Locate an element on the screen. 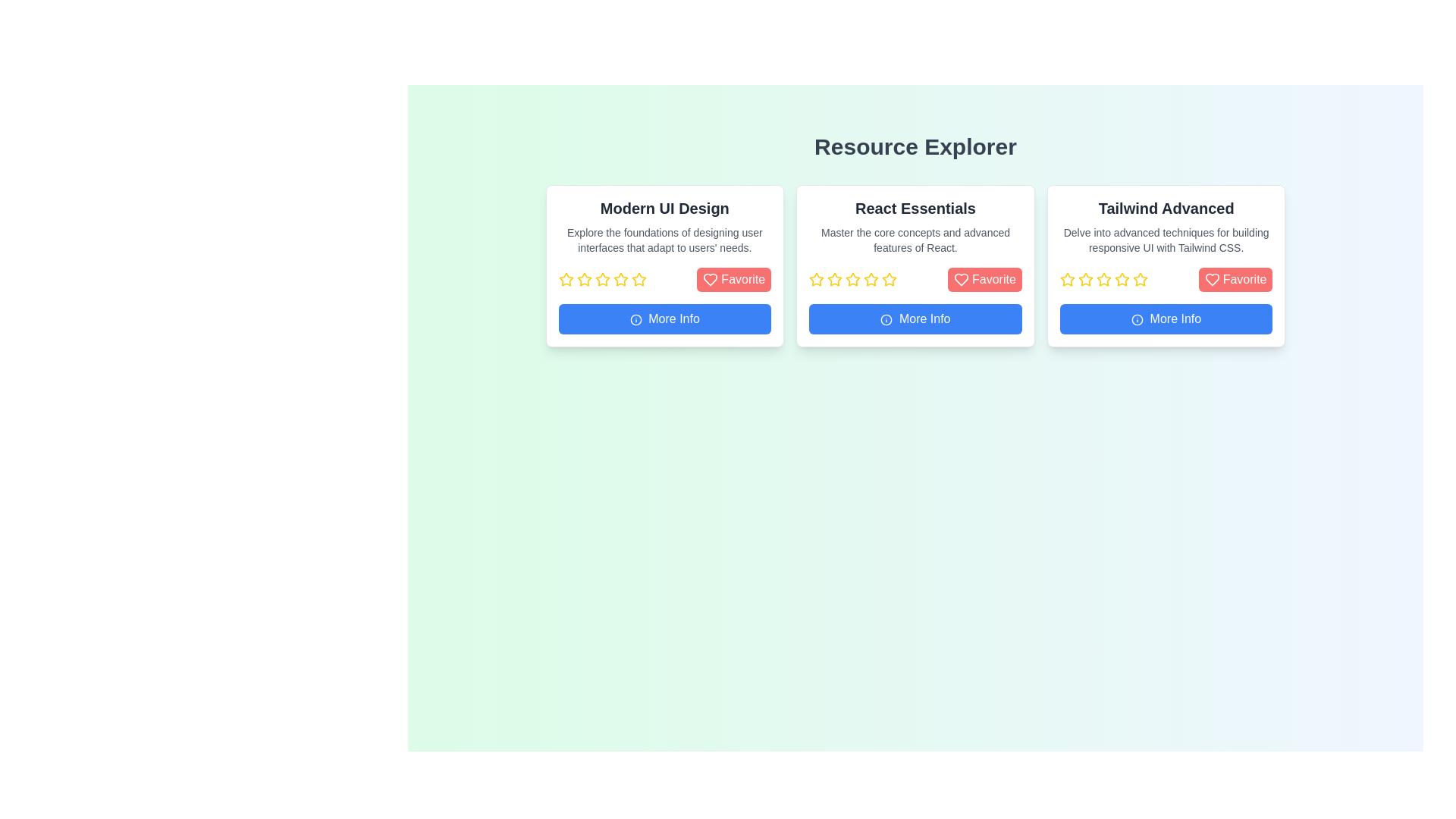 The image size is (1456, 819). the text block element that contains the phrase 'Explore the foundations of designing user interfaces that adapt to users' needs.' It is located under the title 'Modern UI Design' and is centrally positioned in the card panel is located at coordinates (664, 239).